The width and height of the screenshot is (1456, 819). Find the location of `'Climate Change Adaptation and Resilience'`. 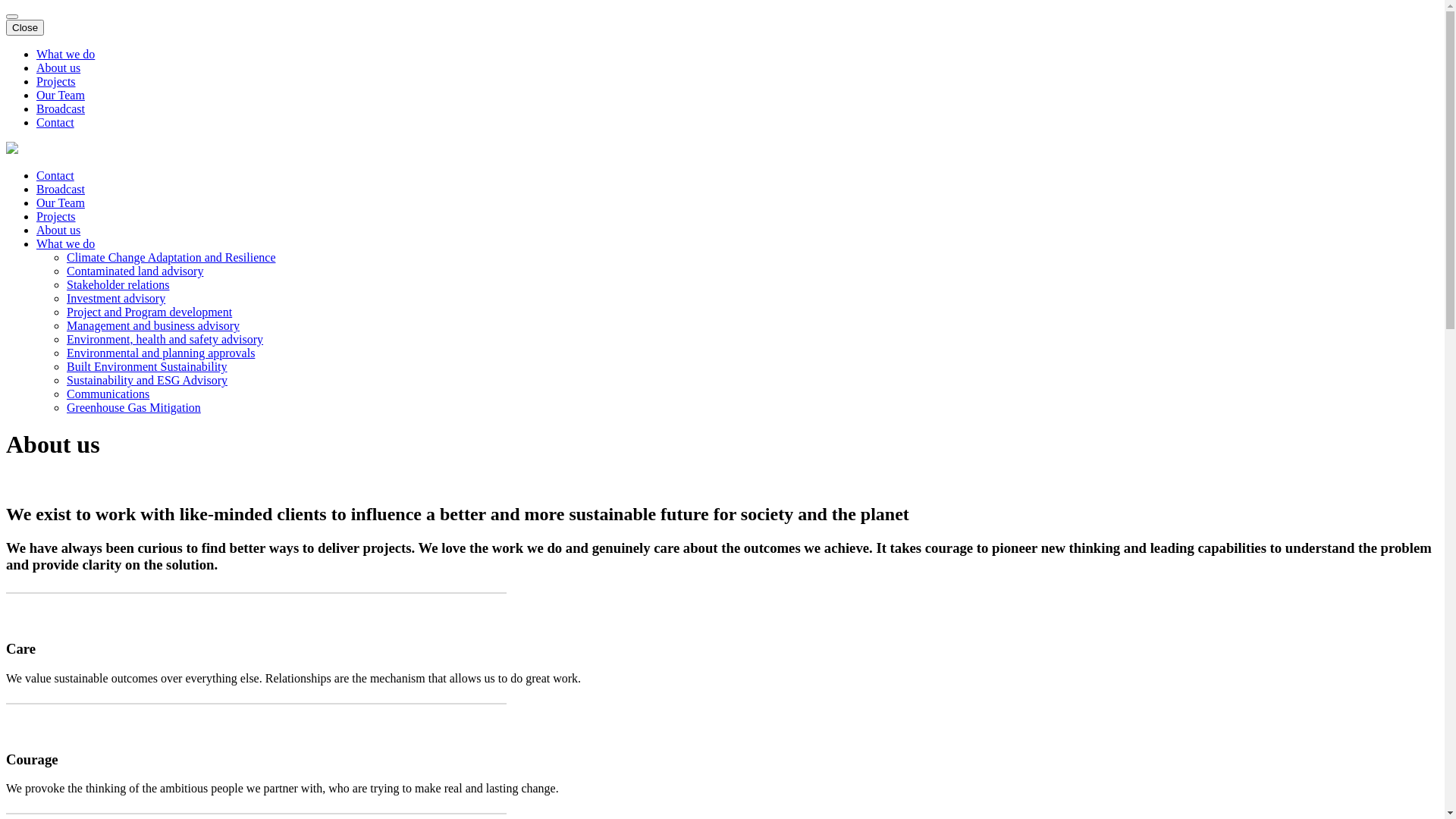

'Climate Change Adaptation and Resilience' is located at coordinates (171, 256).